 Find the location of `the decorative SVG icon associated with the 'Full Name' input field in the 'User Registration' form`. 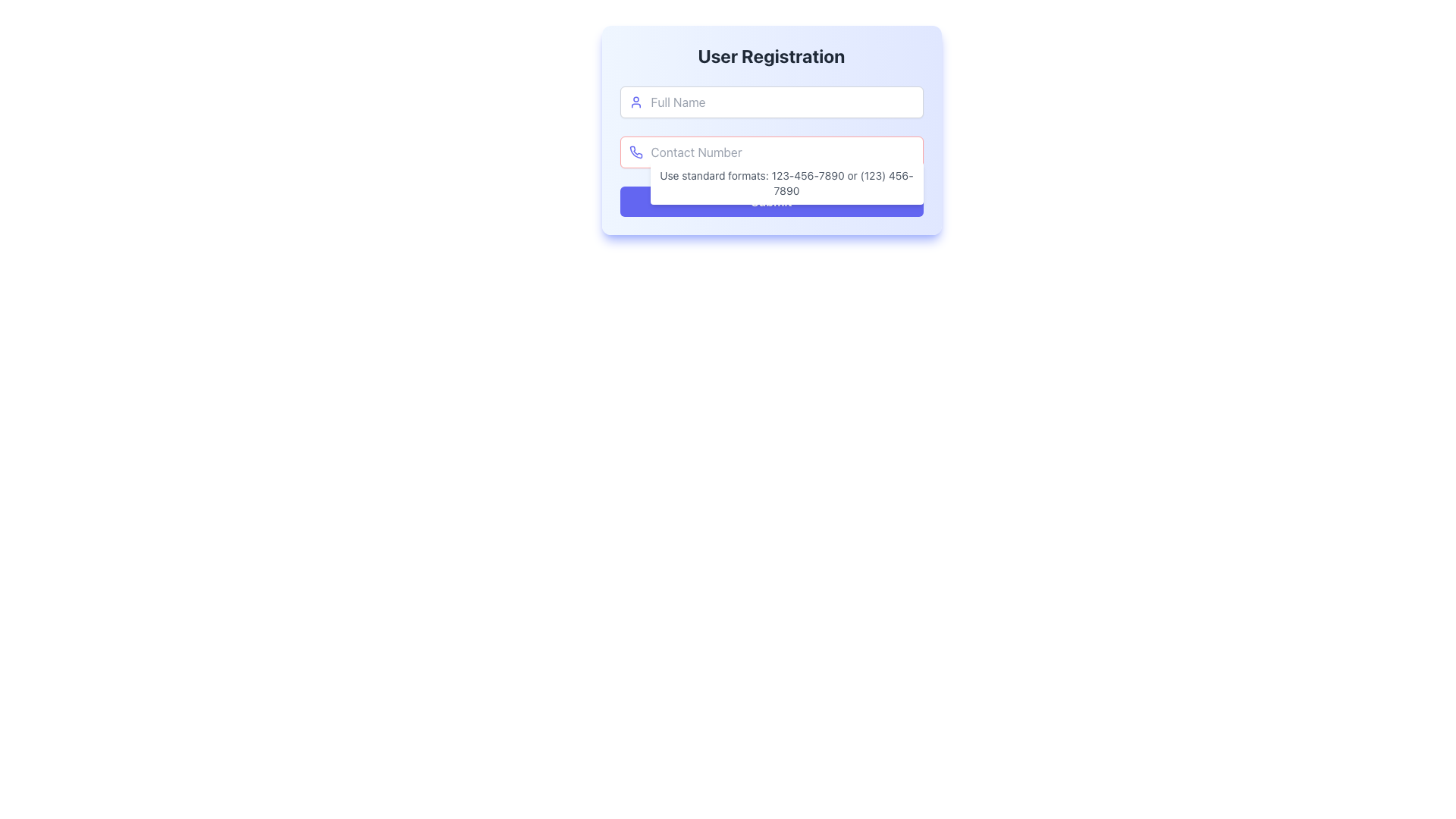

the decorative SVG icon associated with the 'Full Name' input field in the 'User Registration' form is located at coordinates (635, 102).